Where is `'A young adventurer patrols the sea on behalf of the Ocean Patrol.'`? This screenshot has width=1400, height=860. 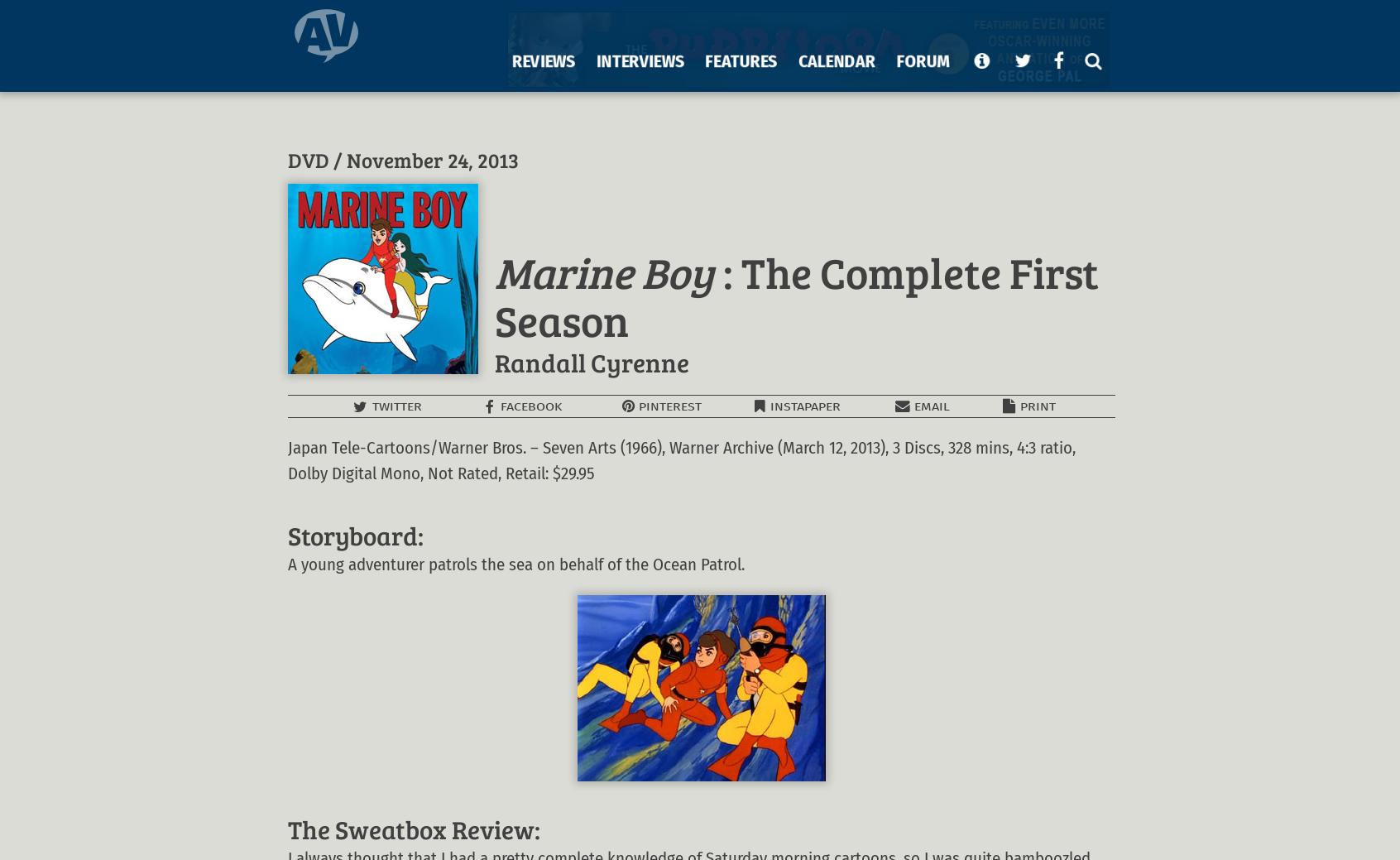 'A young adventurer patrols the sea on behalf of the Ocean Patrol.' is located at coordinates (515, 564).